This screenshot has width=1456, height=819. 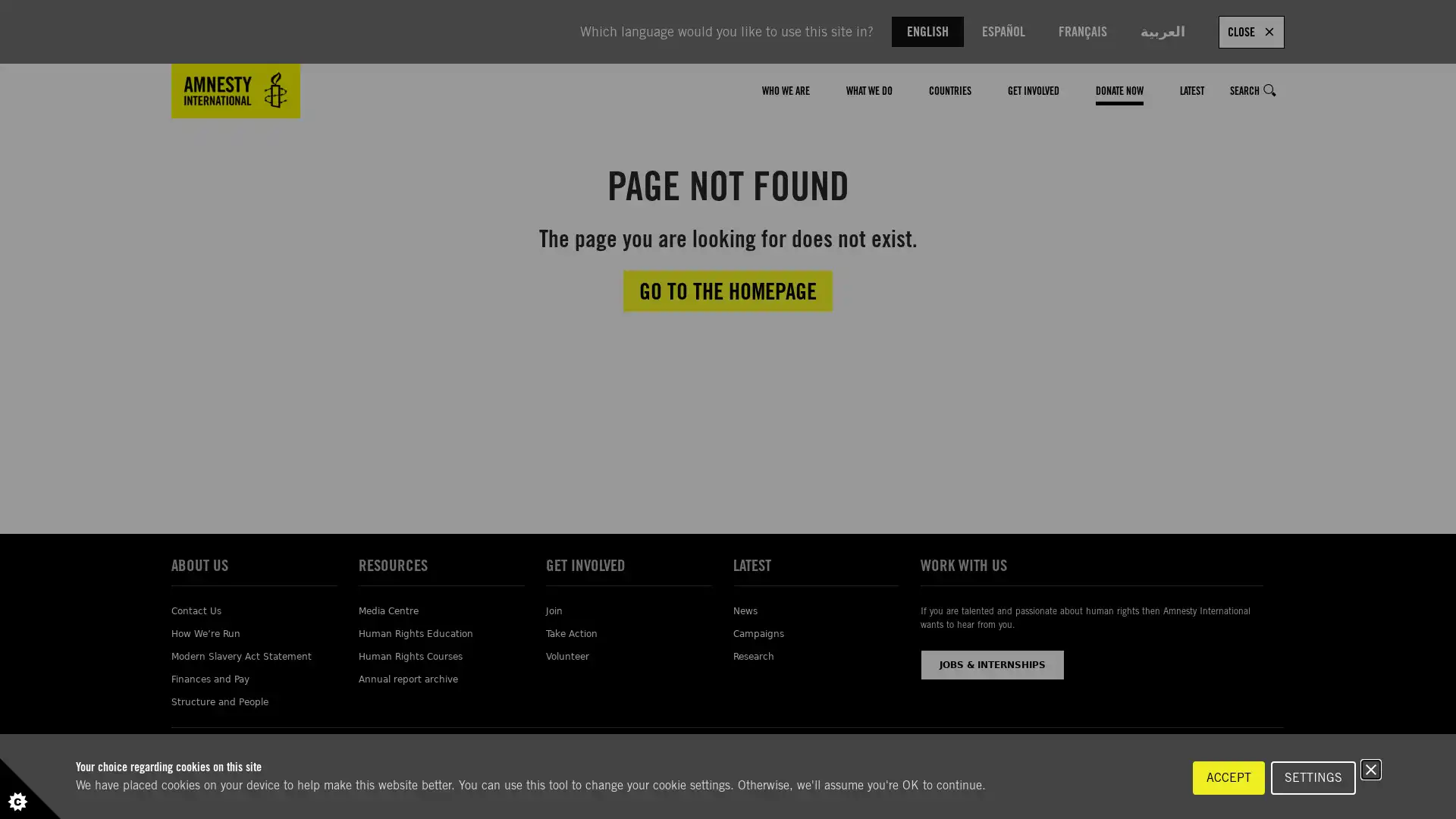 I want to click on ACCEPT, so click(x=1228, y=778).